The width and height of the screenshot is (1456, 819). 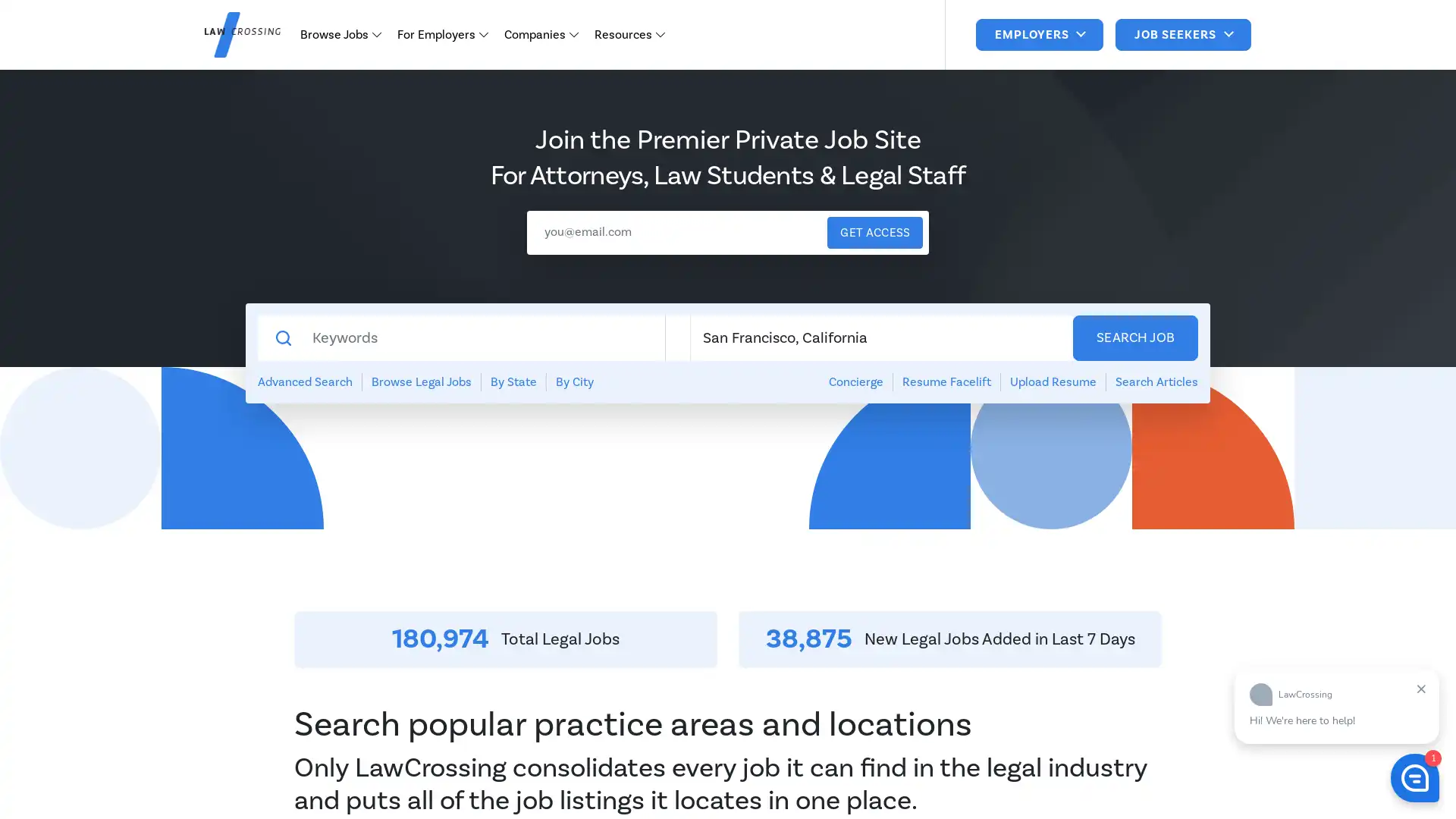 I want to click on Close Chat LawCrossing Hi! We're here to help! 1 Launch Front Chat, so click(x=1414, y=778).